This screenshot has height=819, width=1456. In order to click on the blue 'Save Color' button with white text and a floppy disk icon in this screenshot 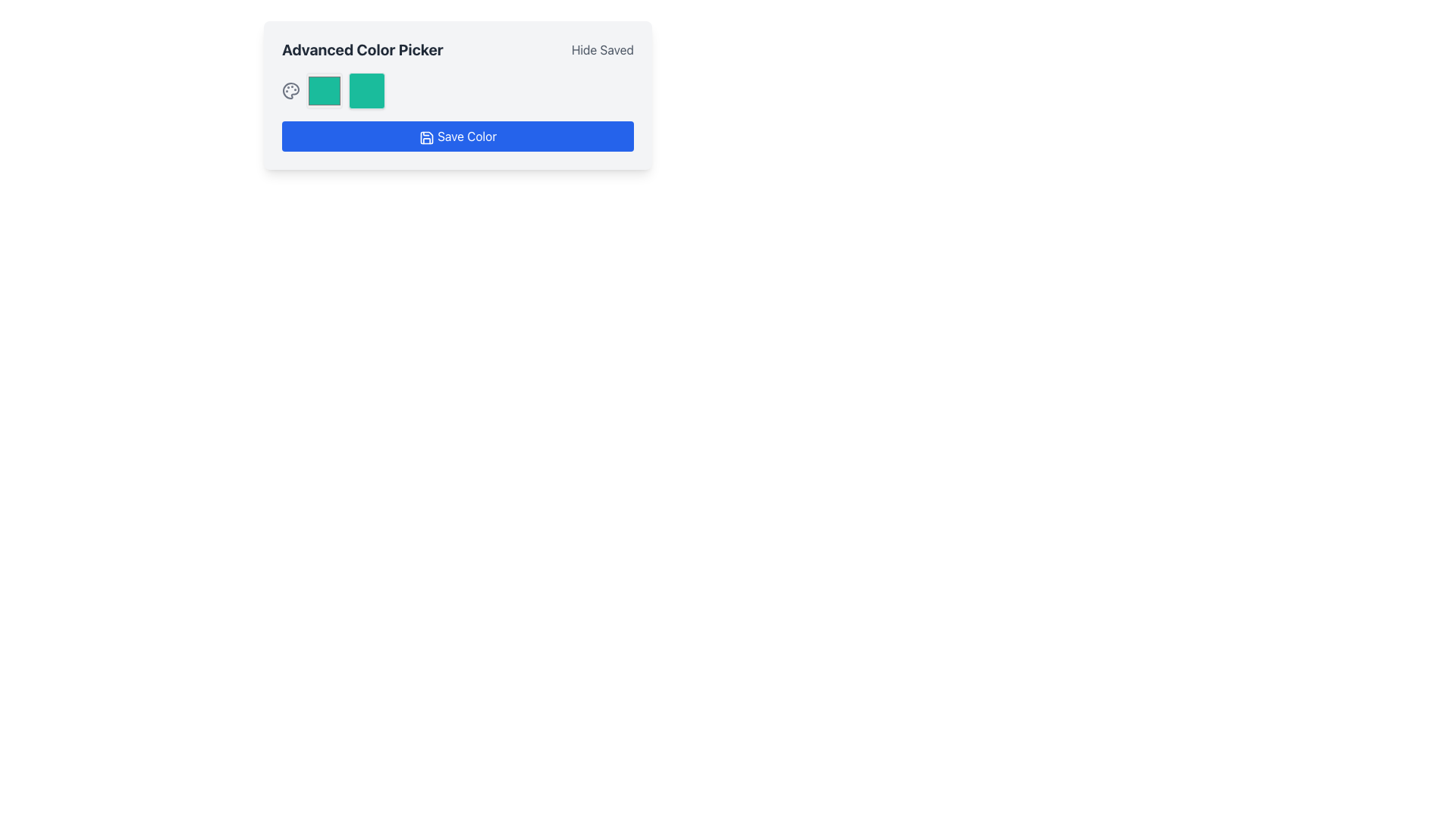, I will do `click(457, 136)`.